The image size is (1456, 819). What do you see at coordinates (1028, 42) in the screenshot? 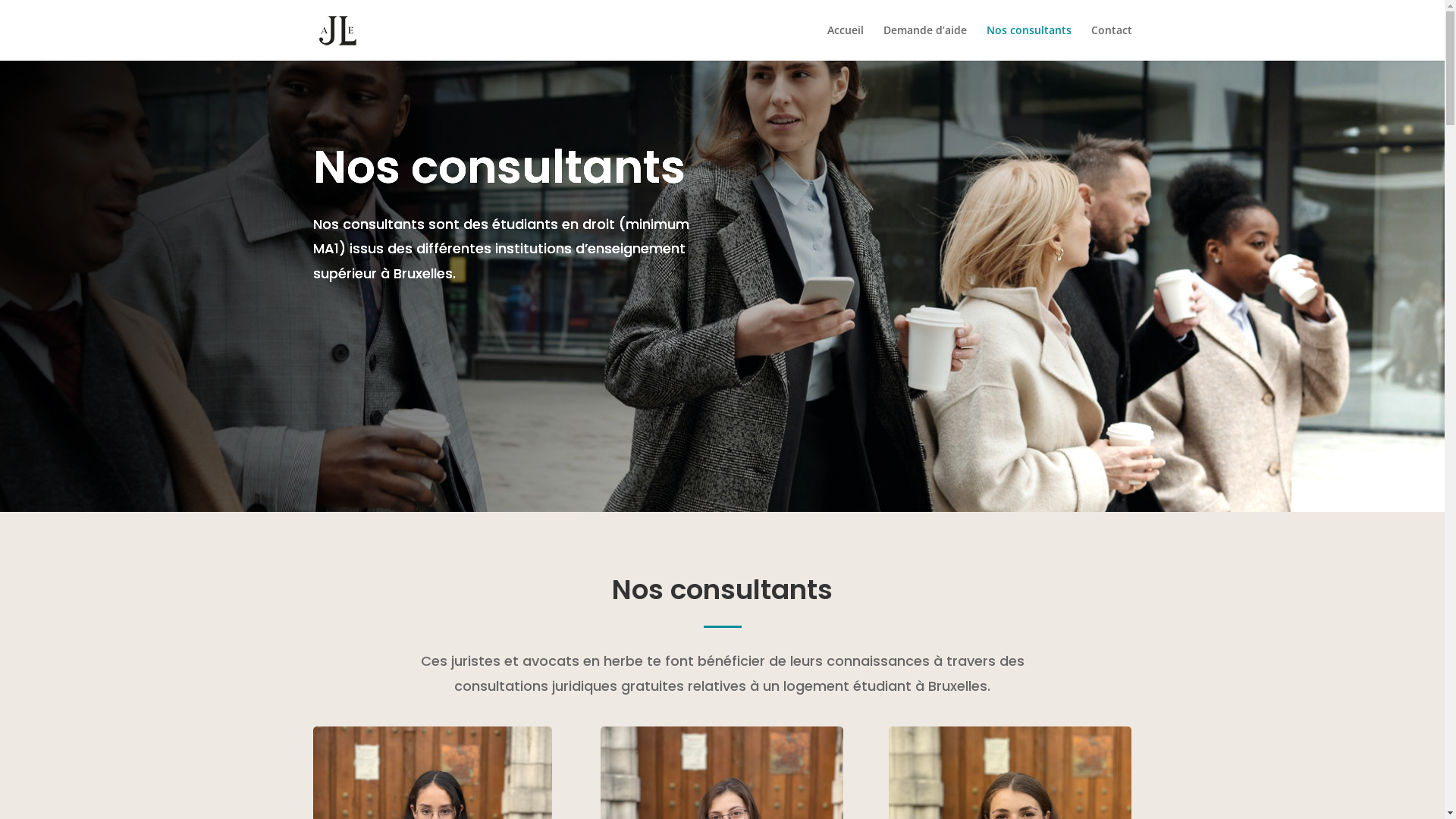
I see `'Nos consultants'` at bounding box center [1028, 42].